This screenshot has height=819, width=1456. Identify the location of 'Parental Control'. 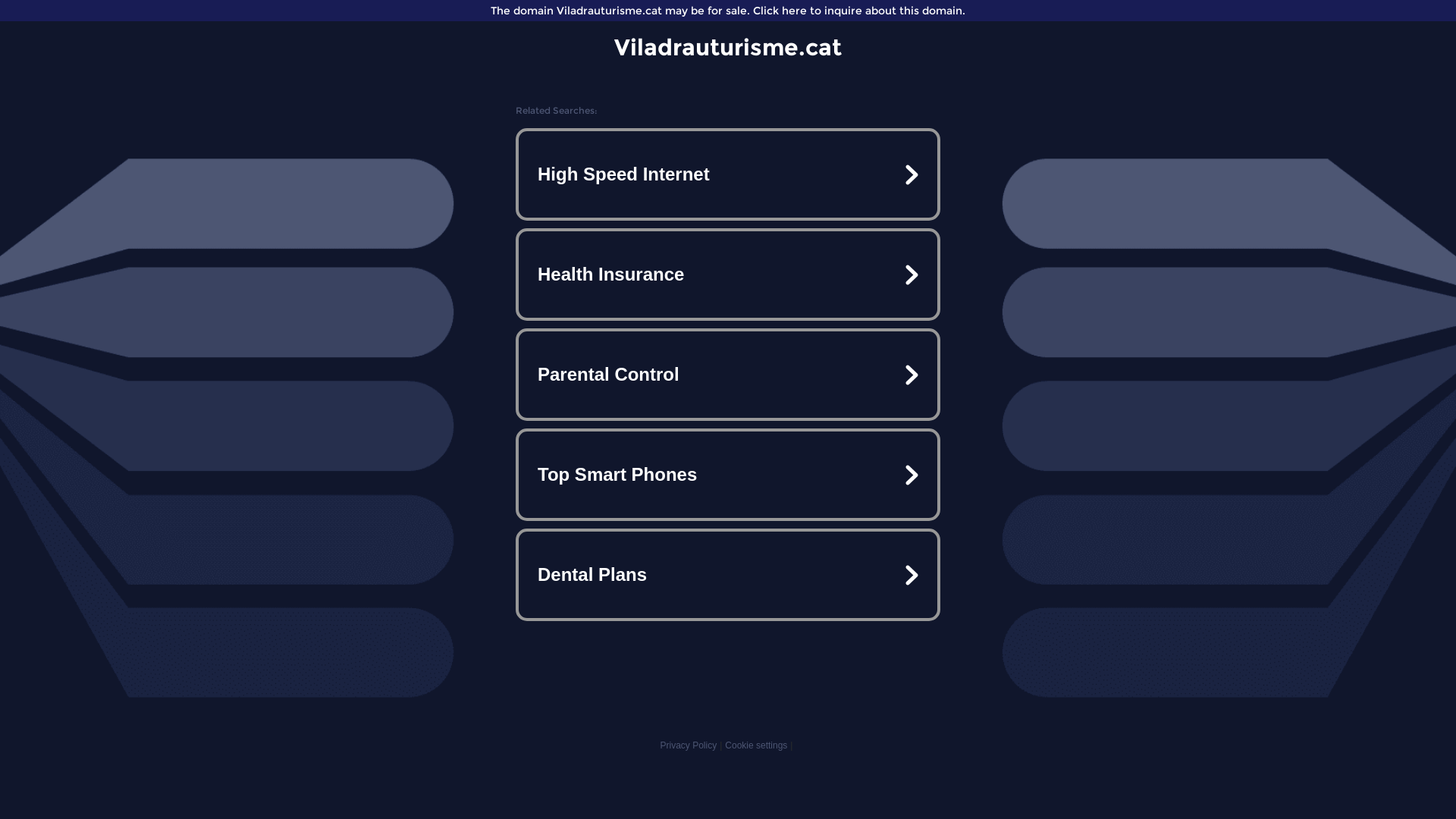
(728, 374).